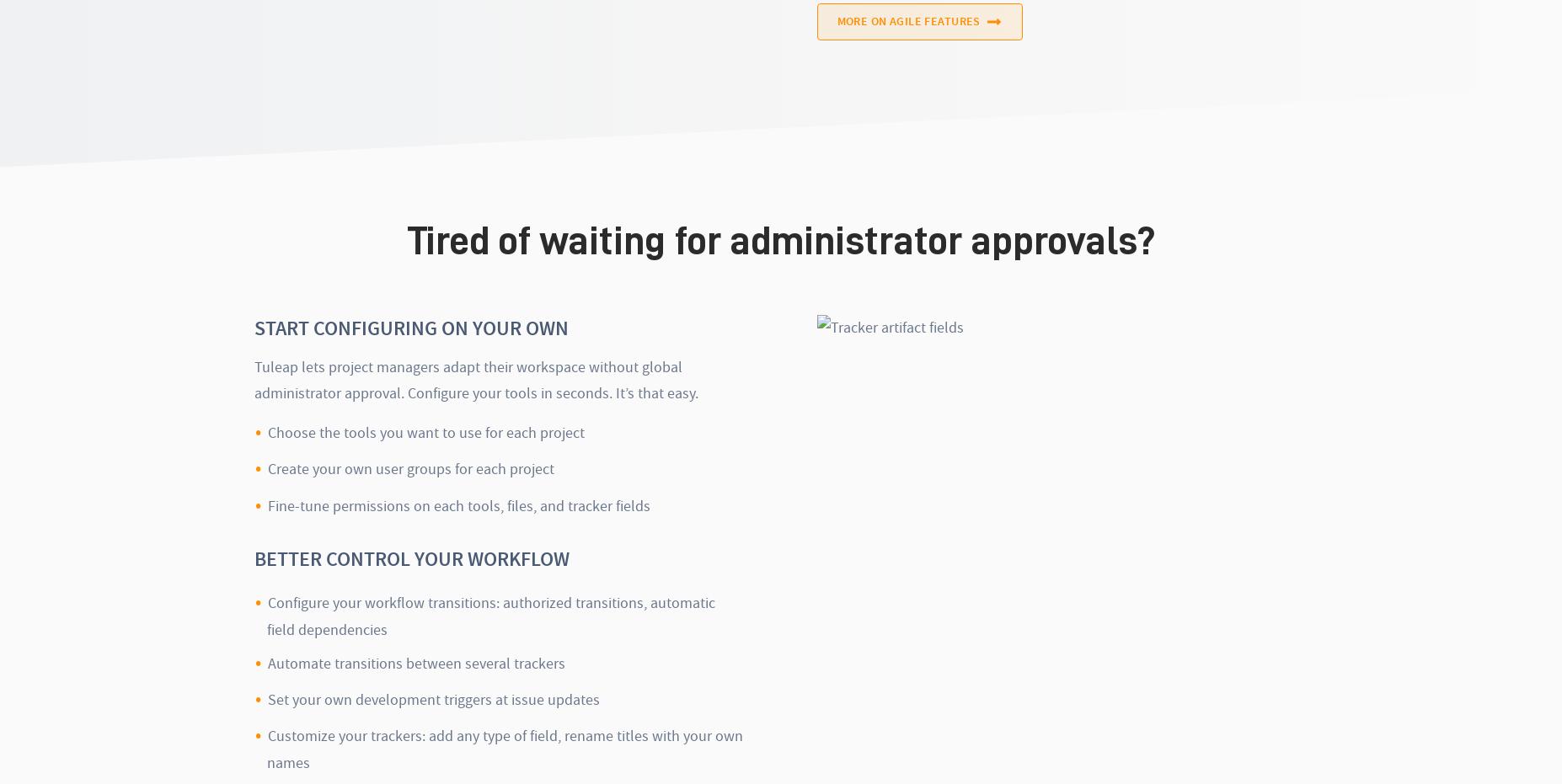  I want to click on 'Set your own development triggers at issue updates', so click(432, 699).